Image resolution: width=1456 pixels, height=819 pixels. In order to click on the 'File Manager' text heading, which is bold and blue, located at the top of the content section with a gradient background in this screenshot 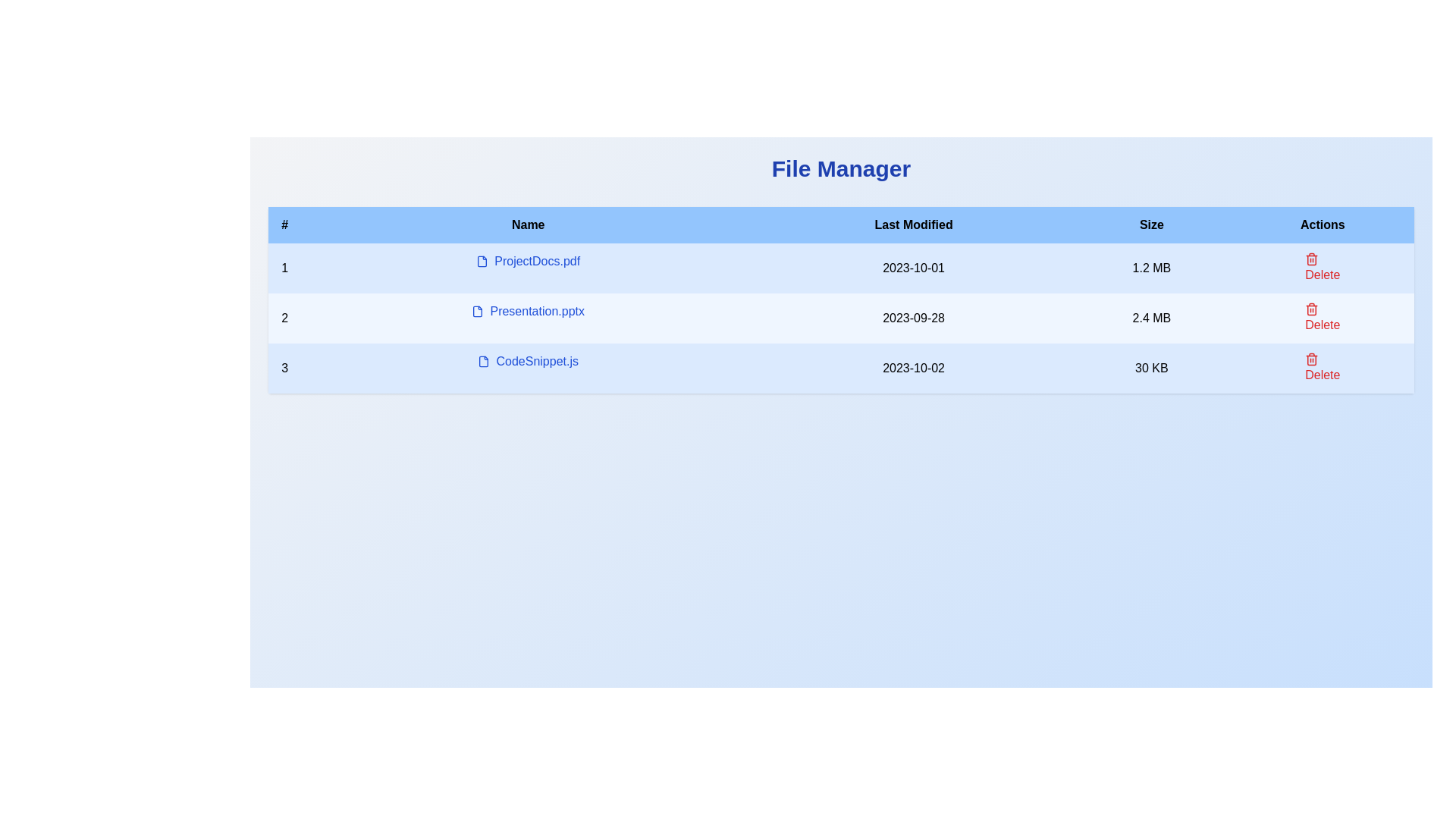, I will do `click(840, 169)`.